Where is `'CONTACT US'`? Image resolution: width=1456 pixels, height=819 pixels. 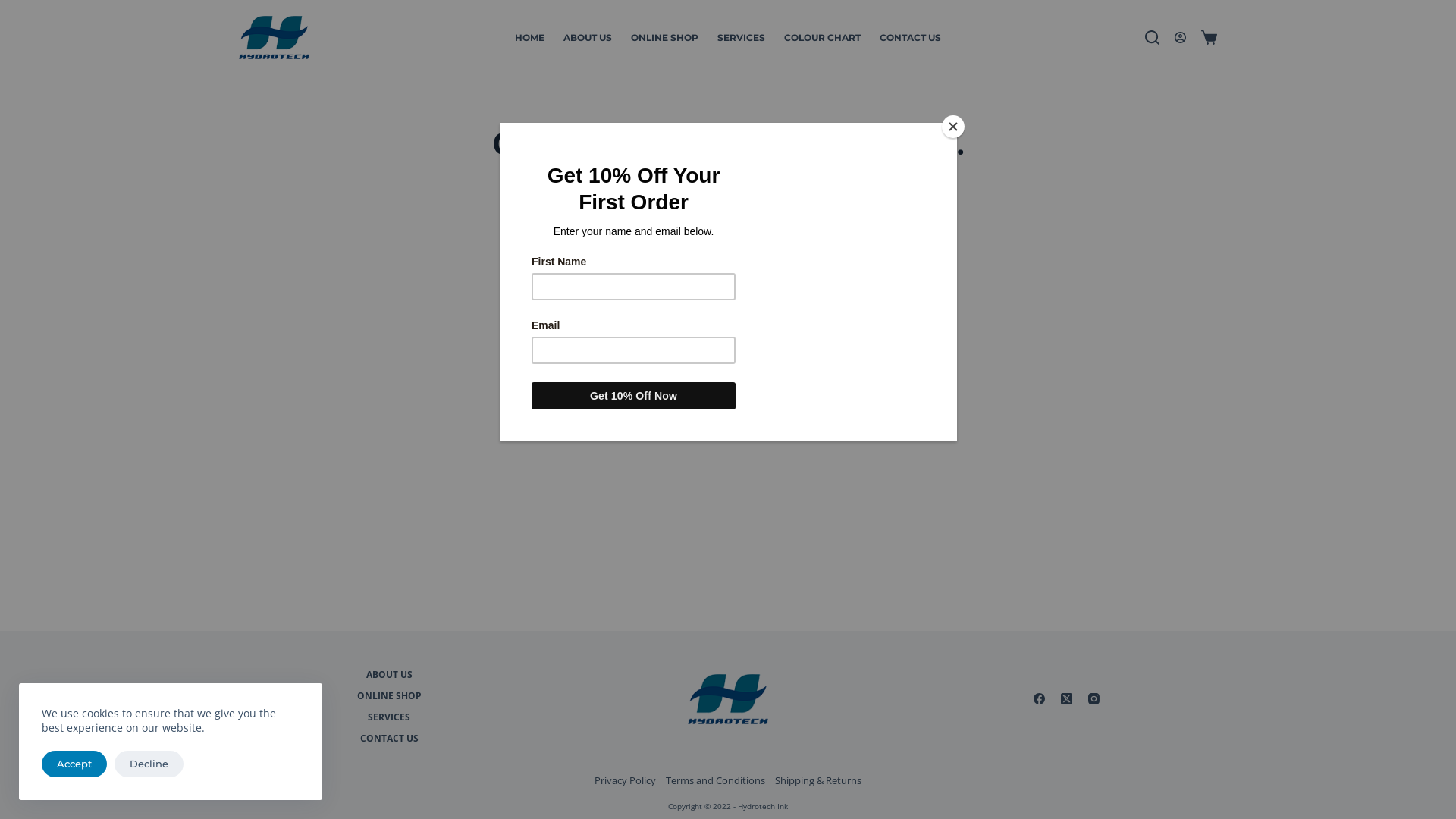 'CONTACT US' is located at coordinates (389, 738).